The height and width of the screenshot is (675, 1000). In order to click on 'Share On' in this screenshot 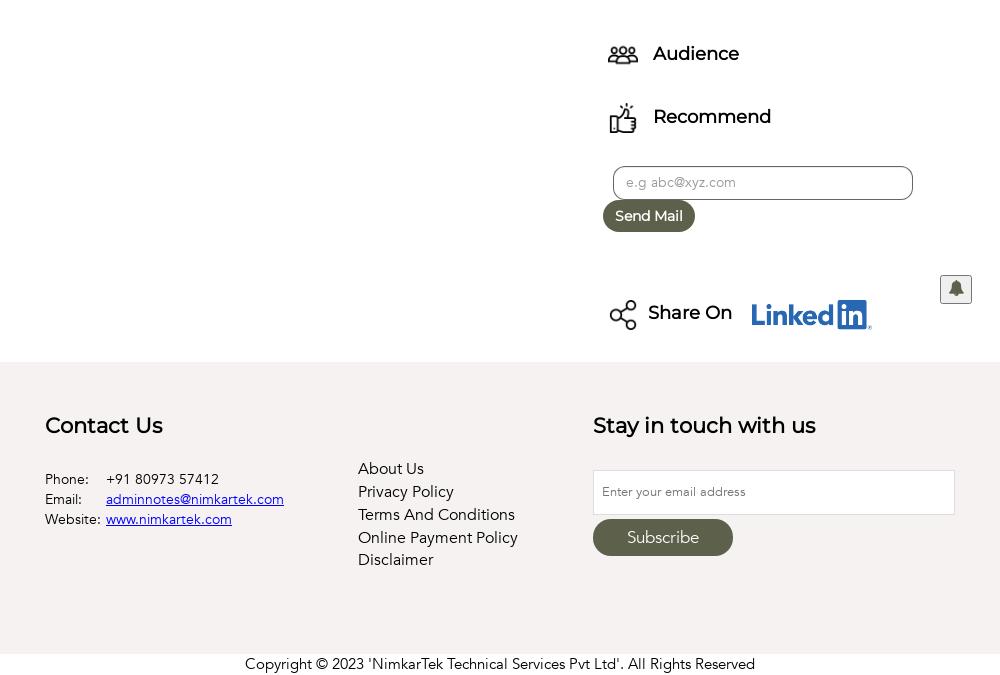, I will do `click(691, 311)`.